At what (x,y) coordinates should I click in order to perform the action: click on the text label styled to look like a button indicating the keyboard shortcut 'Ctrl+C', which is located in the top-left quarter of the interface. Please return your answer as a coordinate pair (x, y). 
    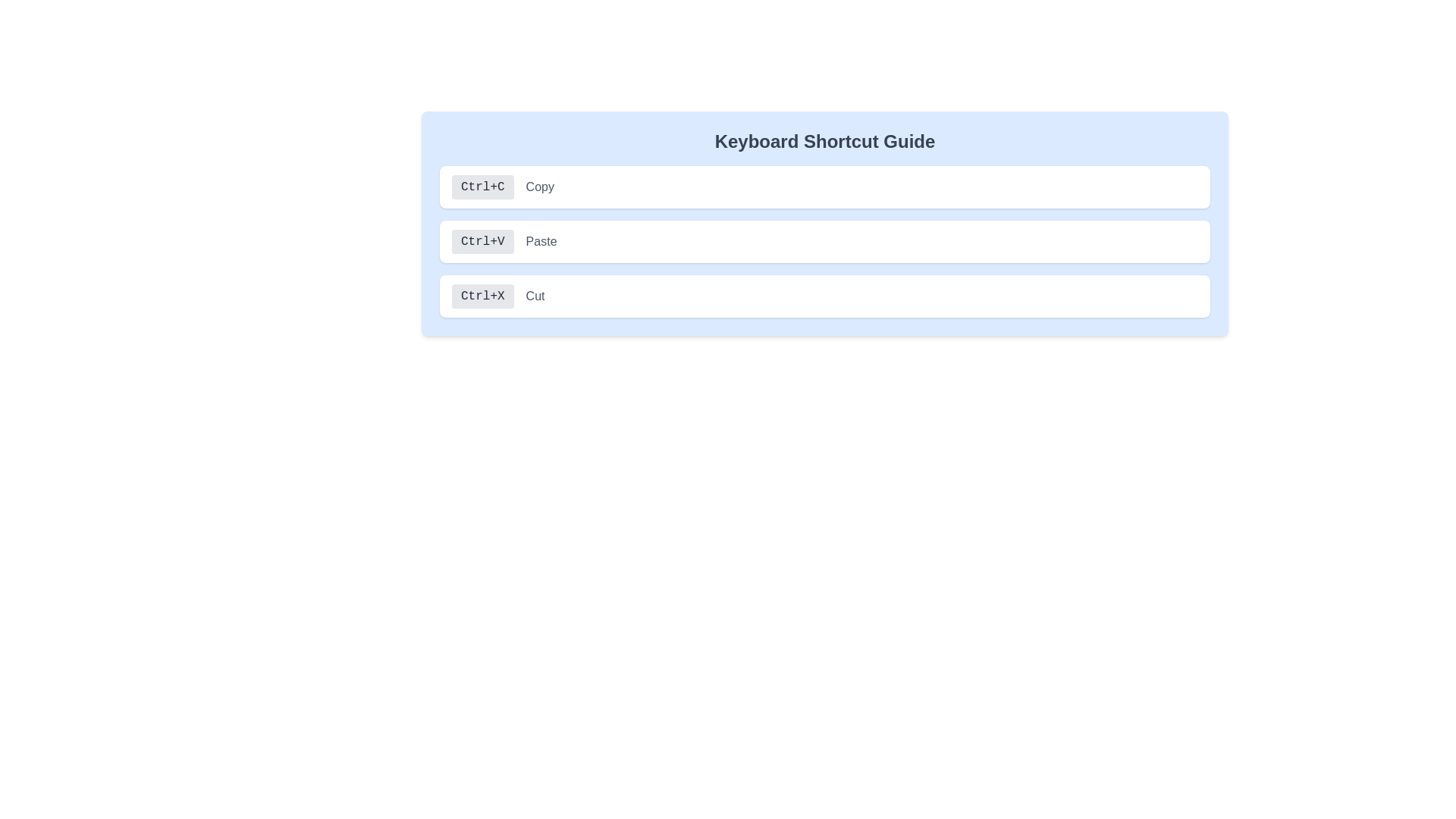
    Looking at the image, I should click on (482, 186).